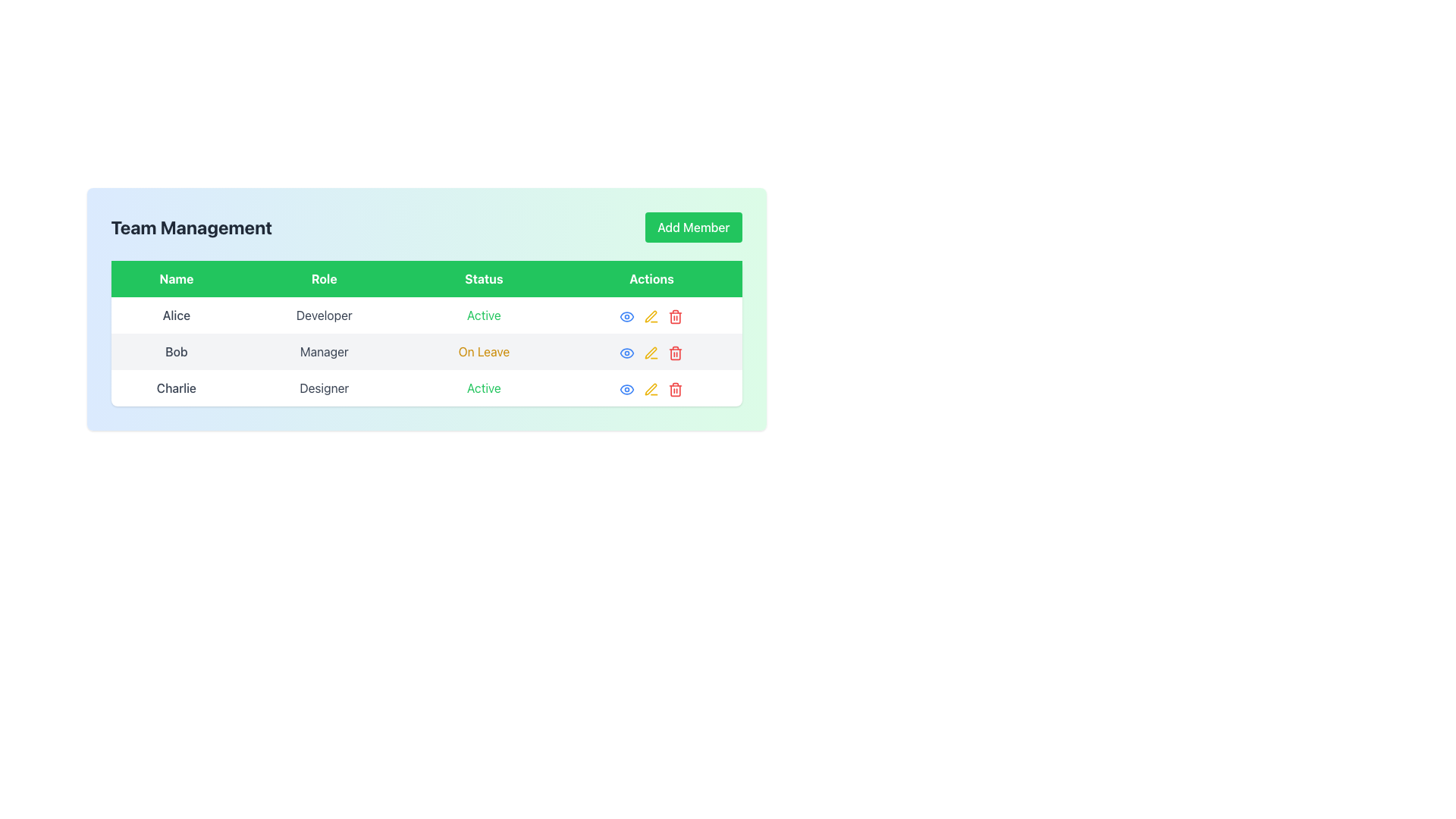 This screenshot has width=1456, height=819. I want to click on the Text label displaying 'Alice', which indicates the identity of a team member in the table, so click(176, 315).